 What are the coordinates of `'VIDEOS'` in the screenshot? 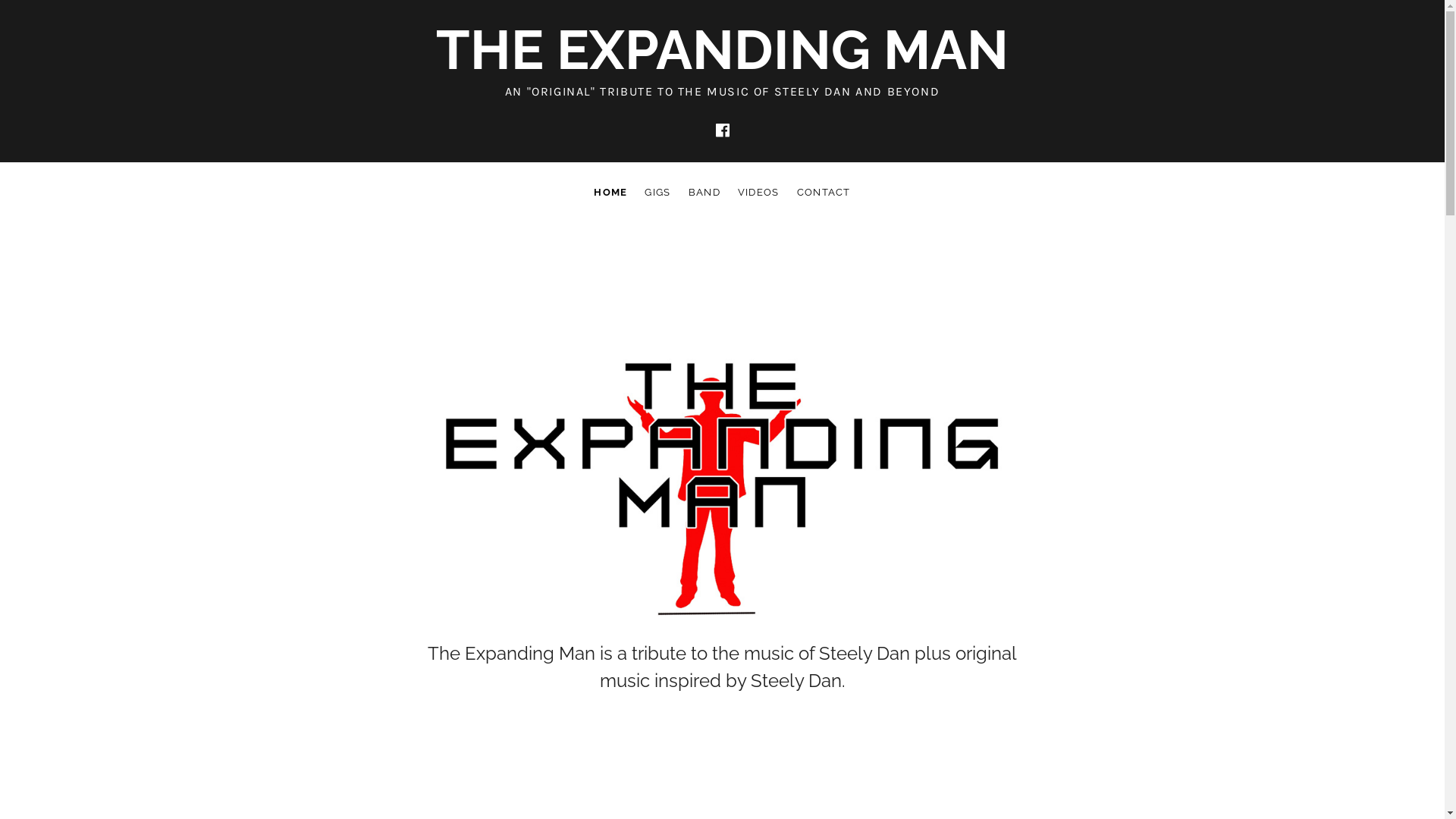 It's located at (758, 192).